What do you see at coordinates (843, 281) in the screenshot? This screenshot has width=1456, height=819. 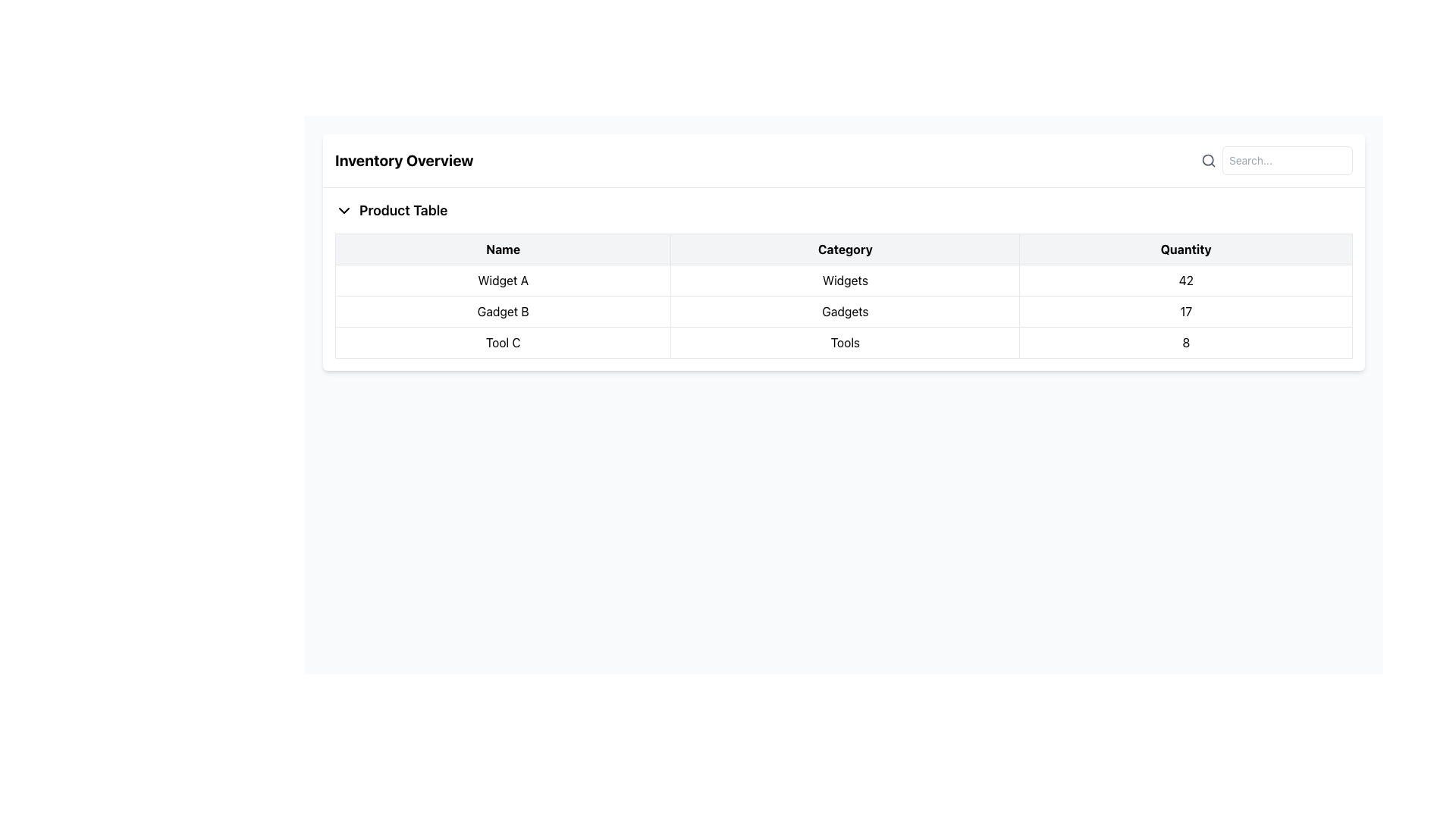 I see `the first row of the 'Product Table' containing 'Widget A', 'Widgets', and '42'` at bounding box center [843, 281].